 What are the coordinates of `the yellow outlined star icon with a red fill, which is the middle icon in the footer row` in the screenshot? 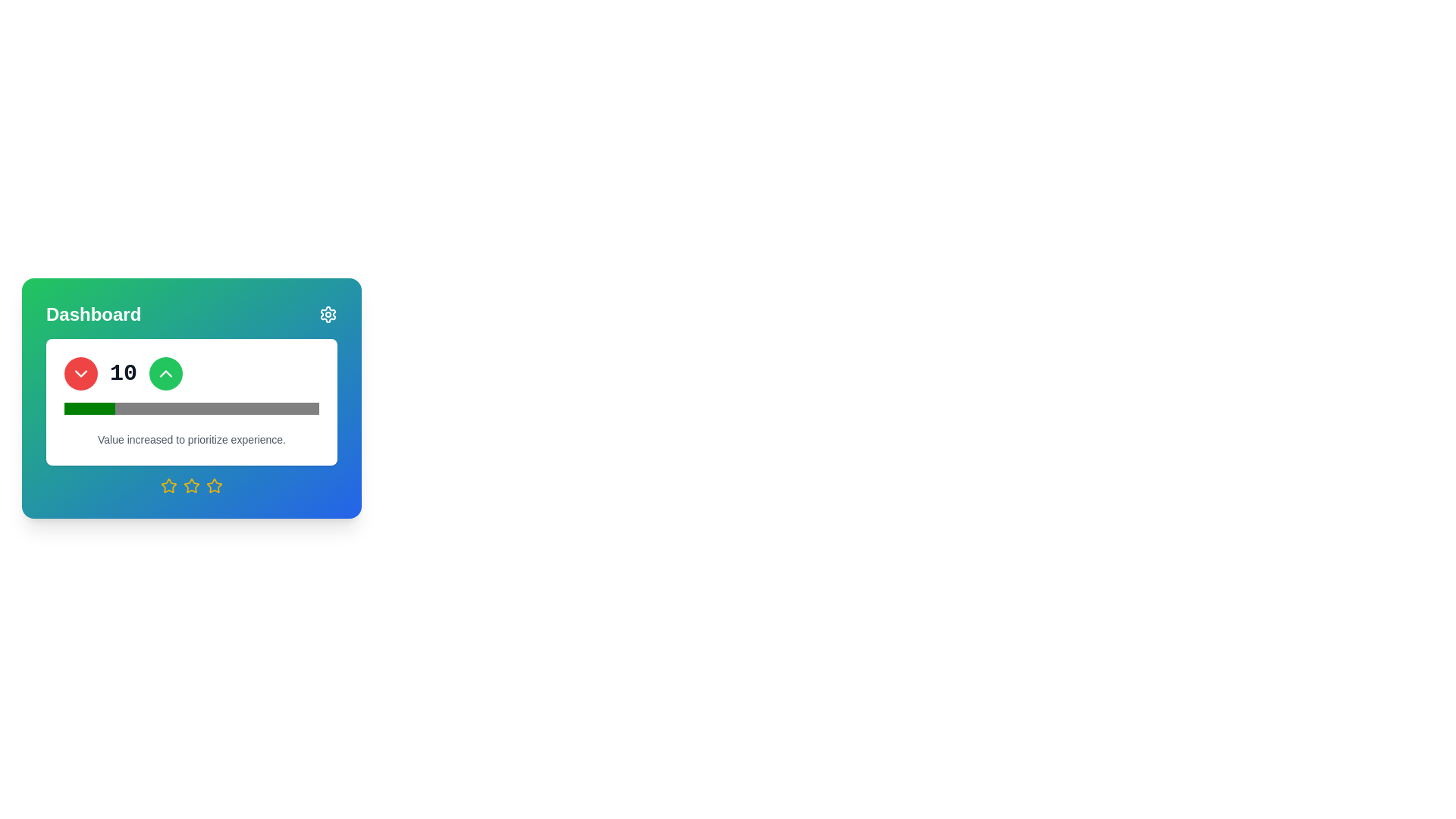 It's located at (191, 485).